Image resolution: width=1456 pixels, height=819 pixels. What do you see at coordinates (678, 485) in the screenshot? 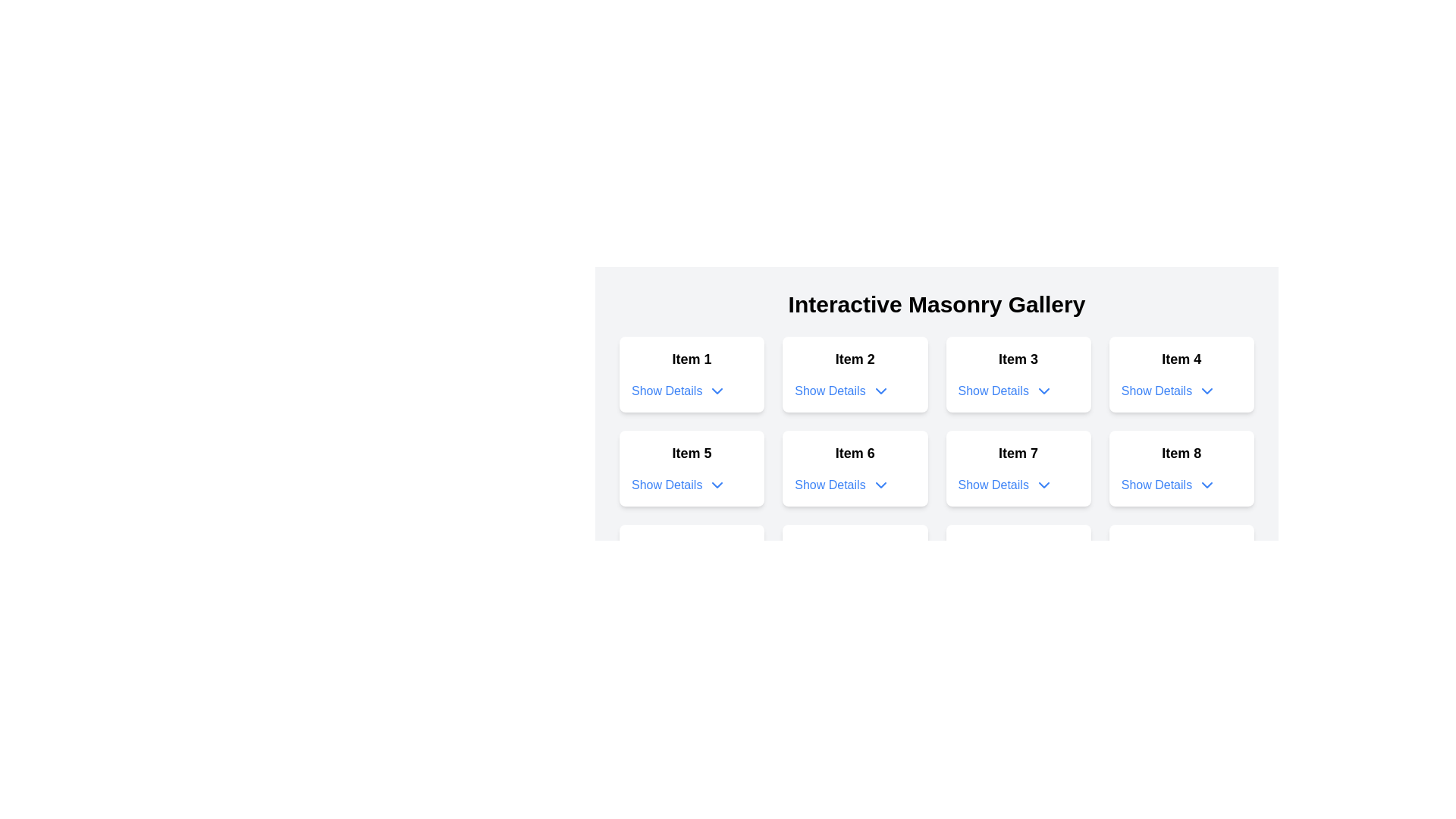
I see `the interactive link styled in bold blue text displaying 'Show Details' with a chevron-down icon, located within the 'Item 5' card below the main title 'Item 5'` at bounding box center [678, 485].